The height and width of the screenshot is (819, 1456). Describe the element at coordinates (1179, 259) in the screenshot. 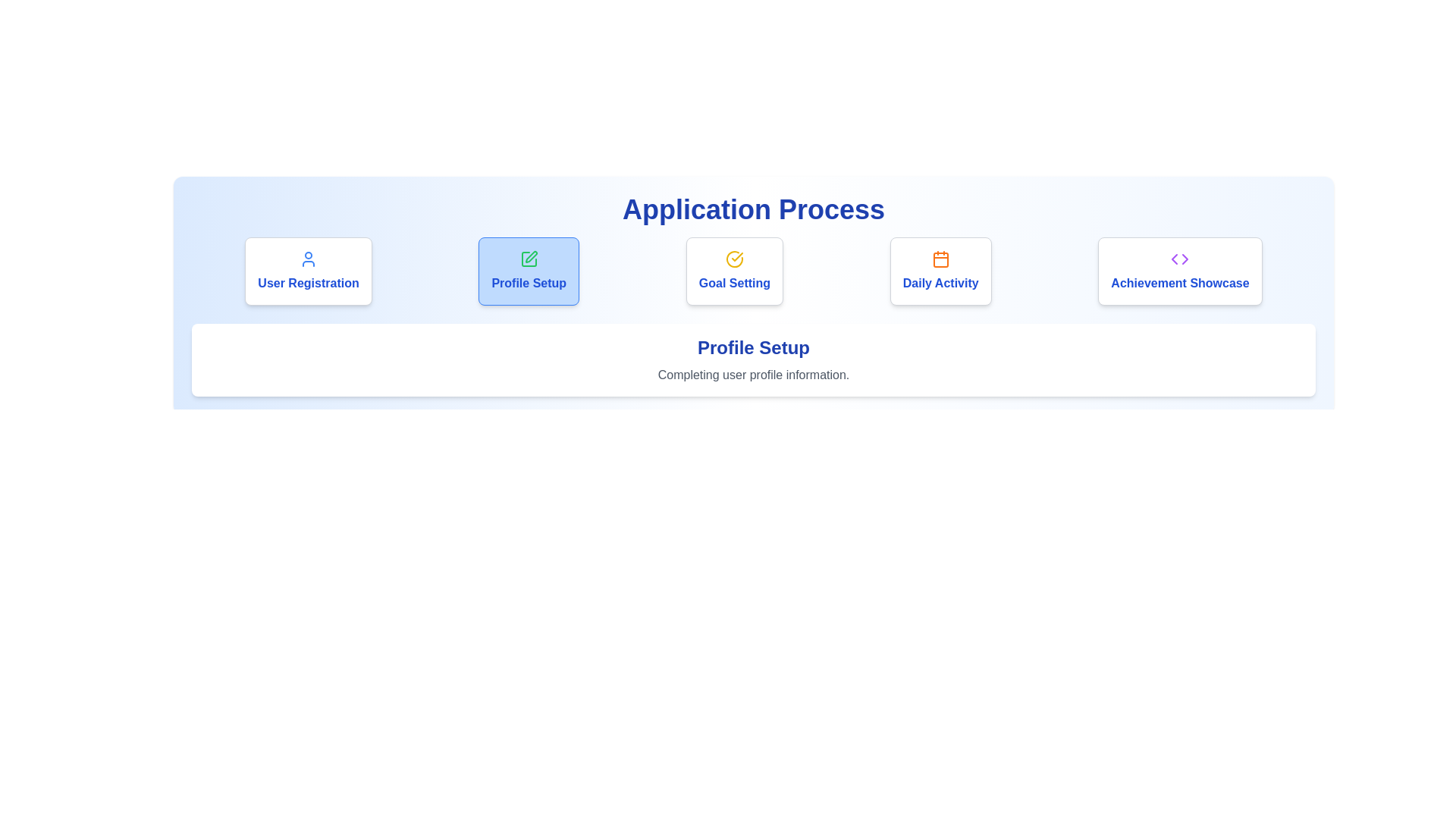

I see `the achievement icon located at the rightmost position within the 'Achievement Showcase' card` at that location.